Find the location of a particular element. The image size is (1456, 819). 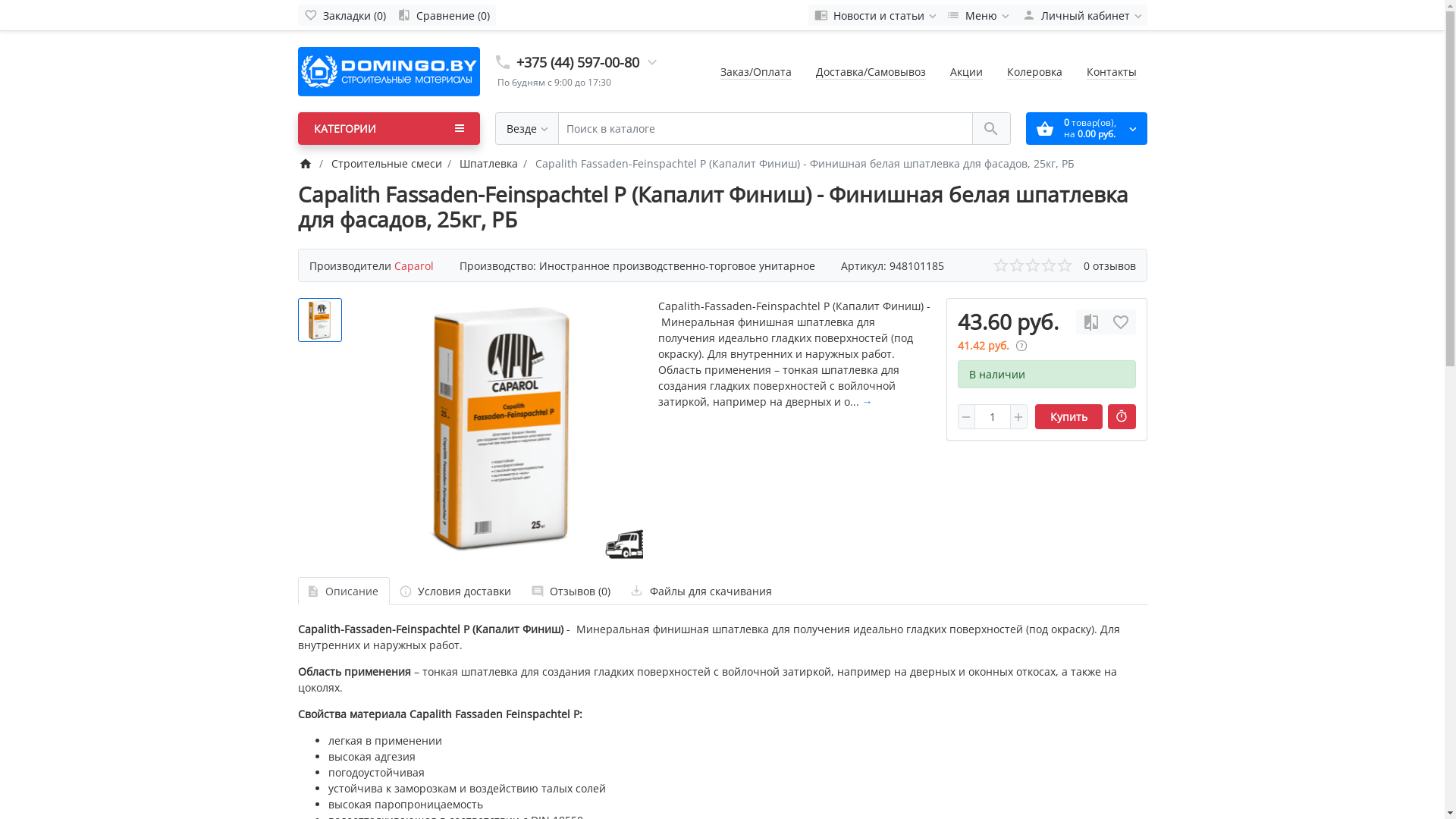

'Caparol' is located at coordinates (414, 265).